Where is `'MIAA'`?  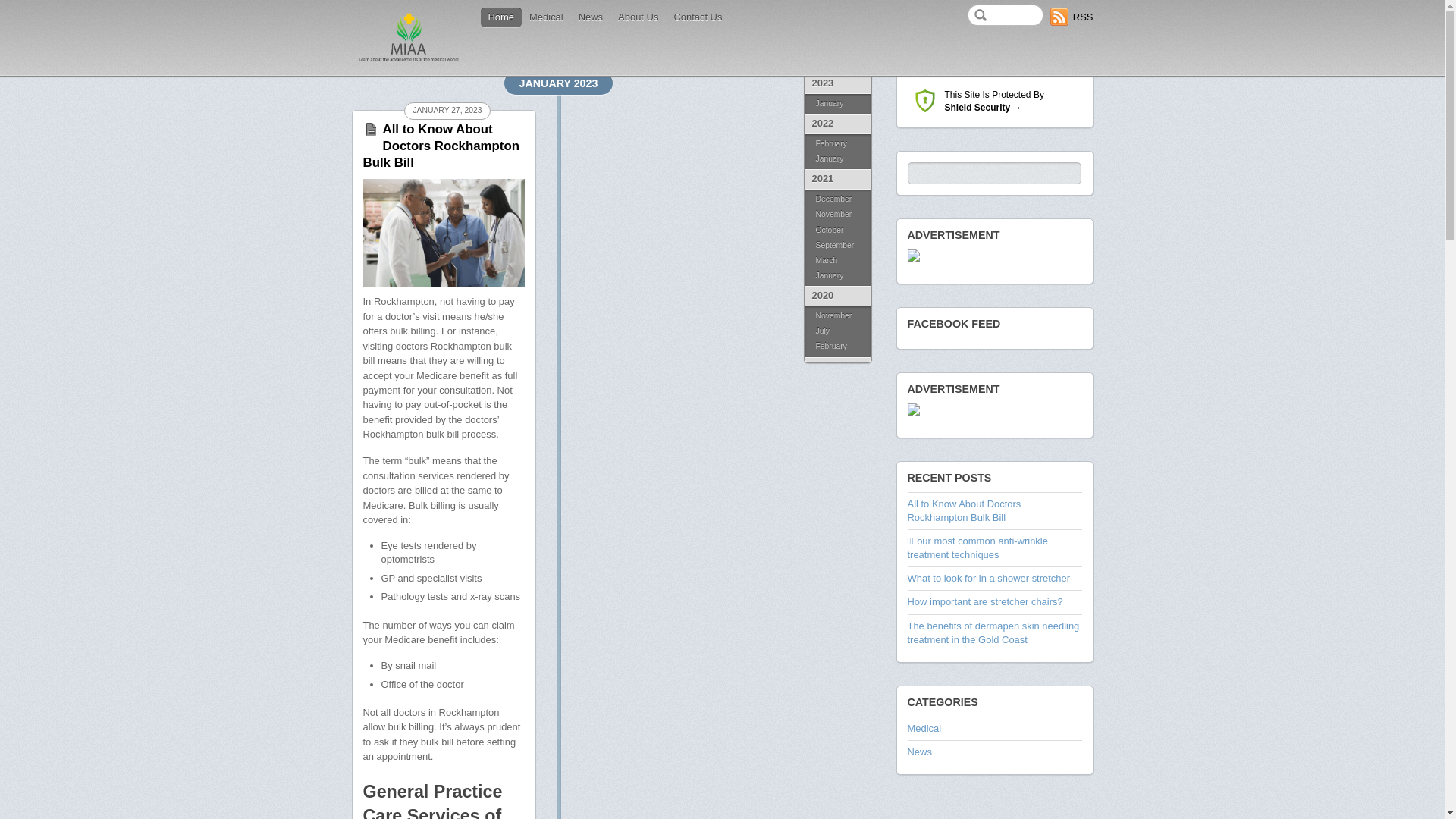
'MIAA' is located at coordinates (408, 36).